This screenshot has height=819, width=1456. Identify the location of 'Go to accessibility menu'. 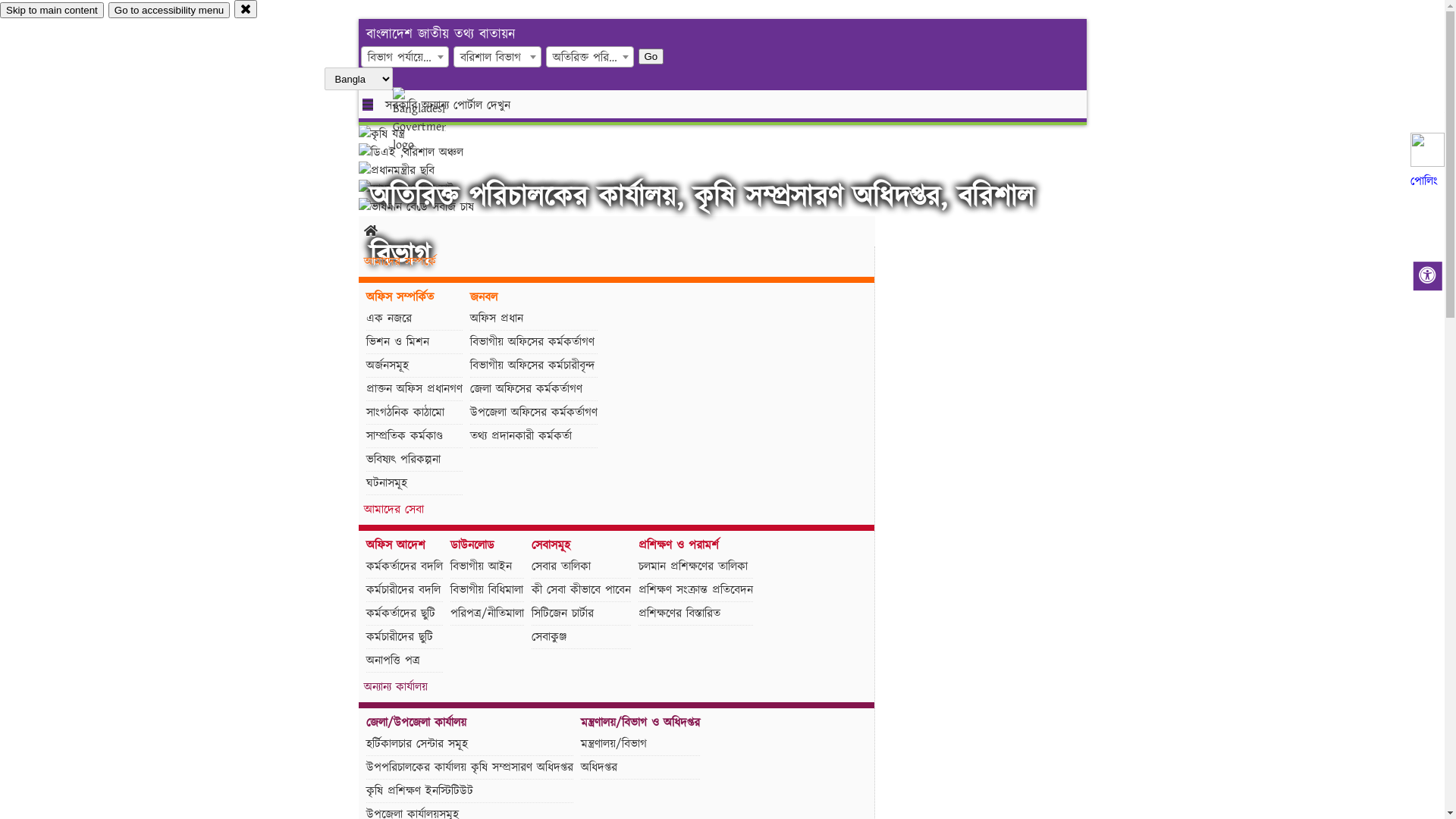
(168, 10).